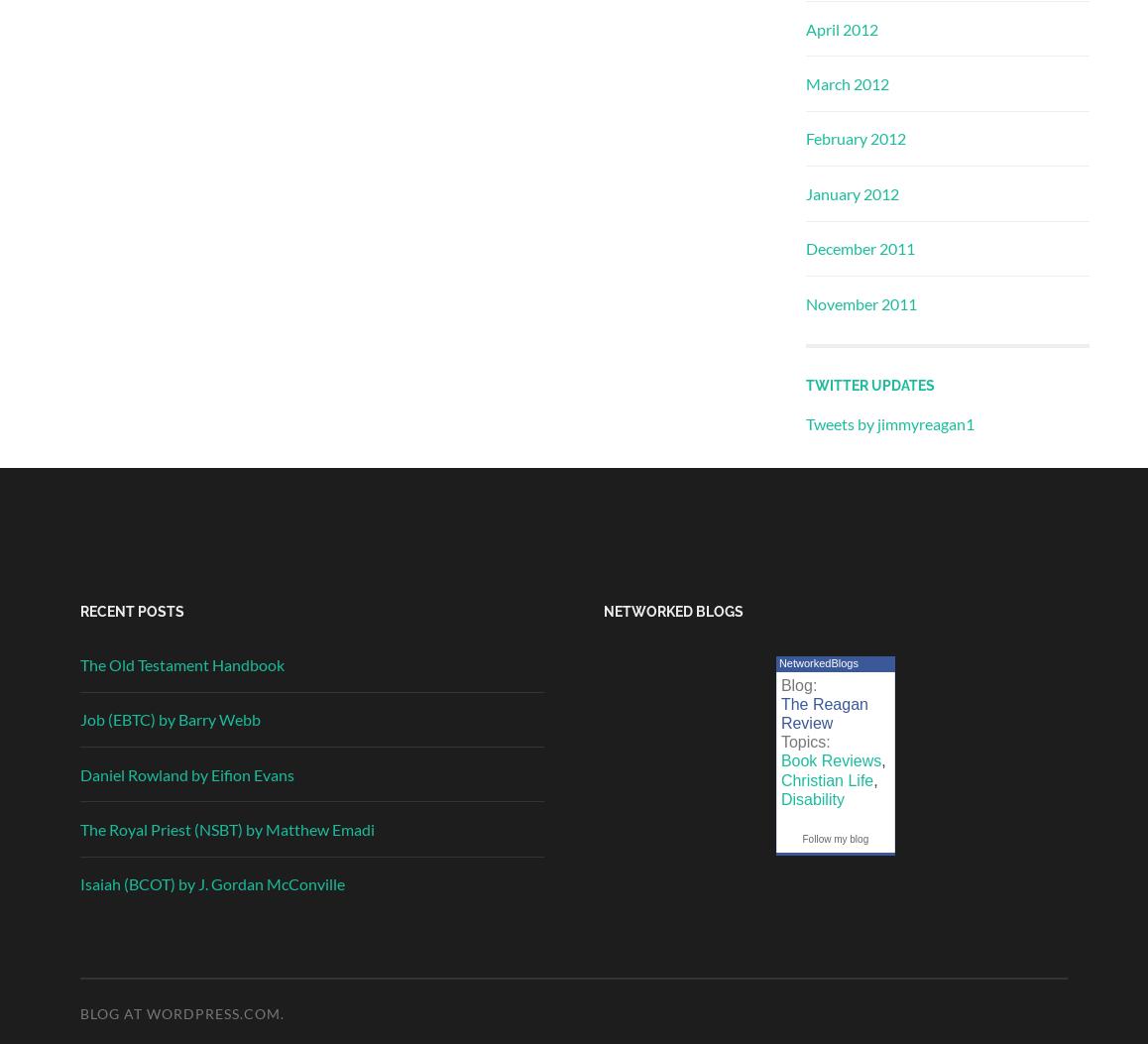 This screenshot has height=1044, width=1148. I want to click on 'Tweets by jimmyreagan1', so click(890, 422).